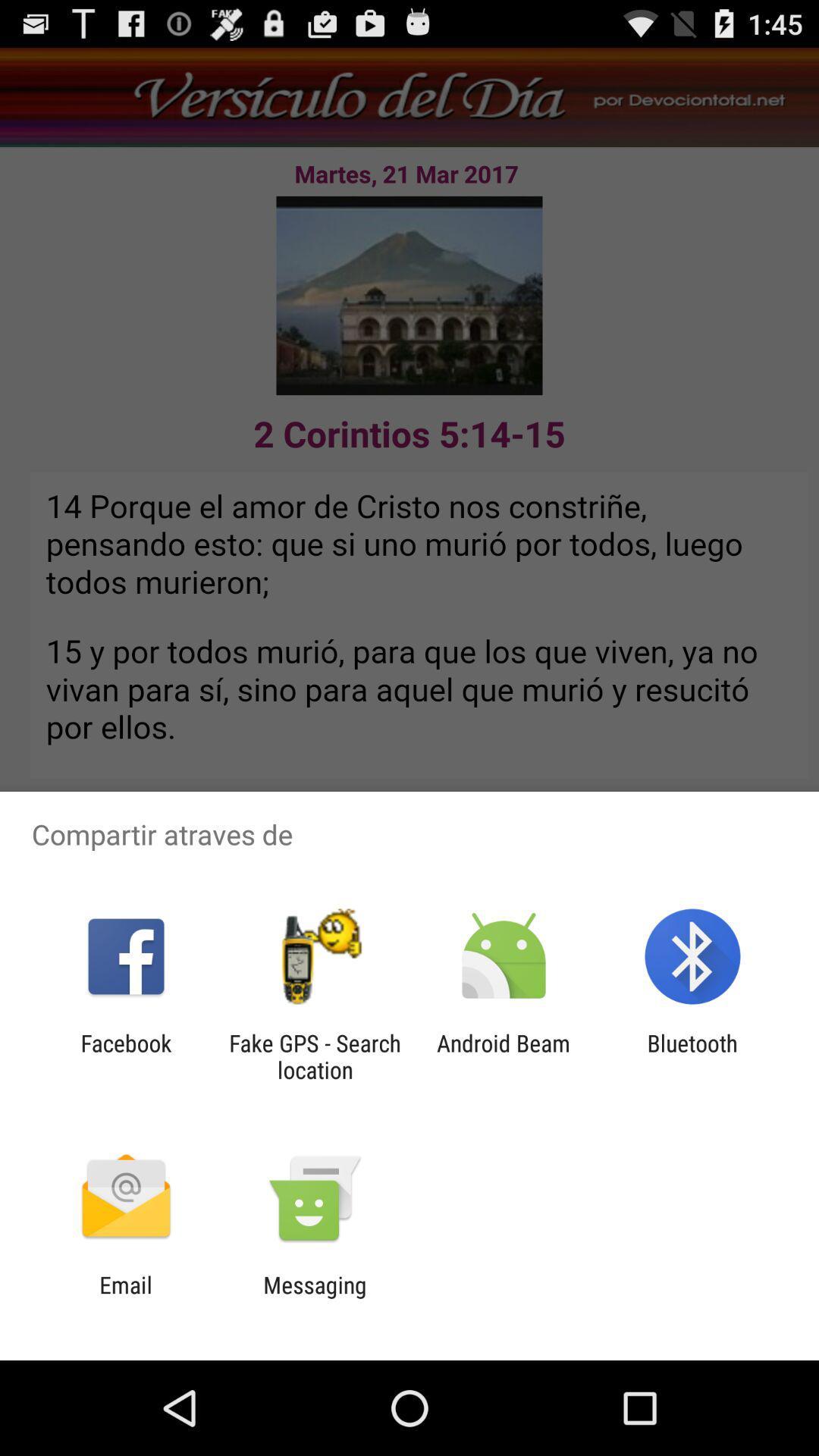 This screenshot has height=1456, width=819. What do you see at coordinates (504, 1056) in the screenshot?
I see `icon next to the fake gps search item` at bounding box center [504, 1056].